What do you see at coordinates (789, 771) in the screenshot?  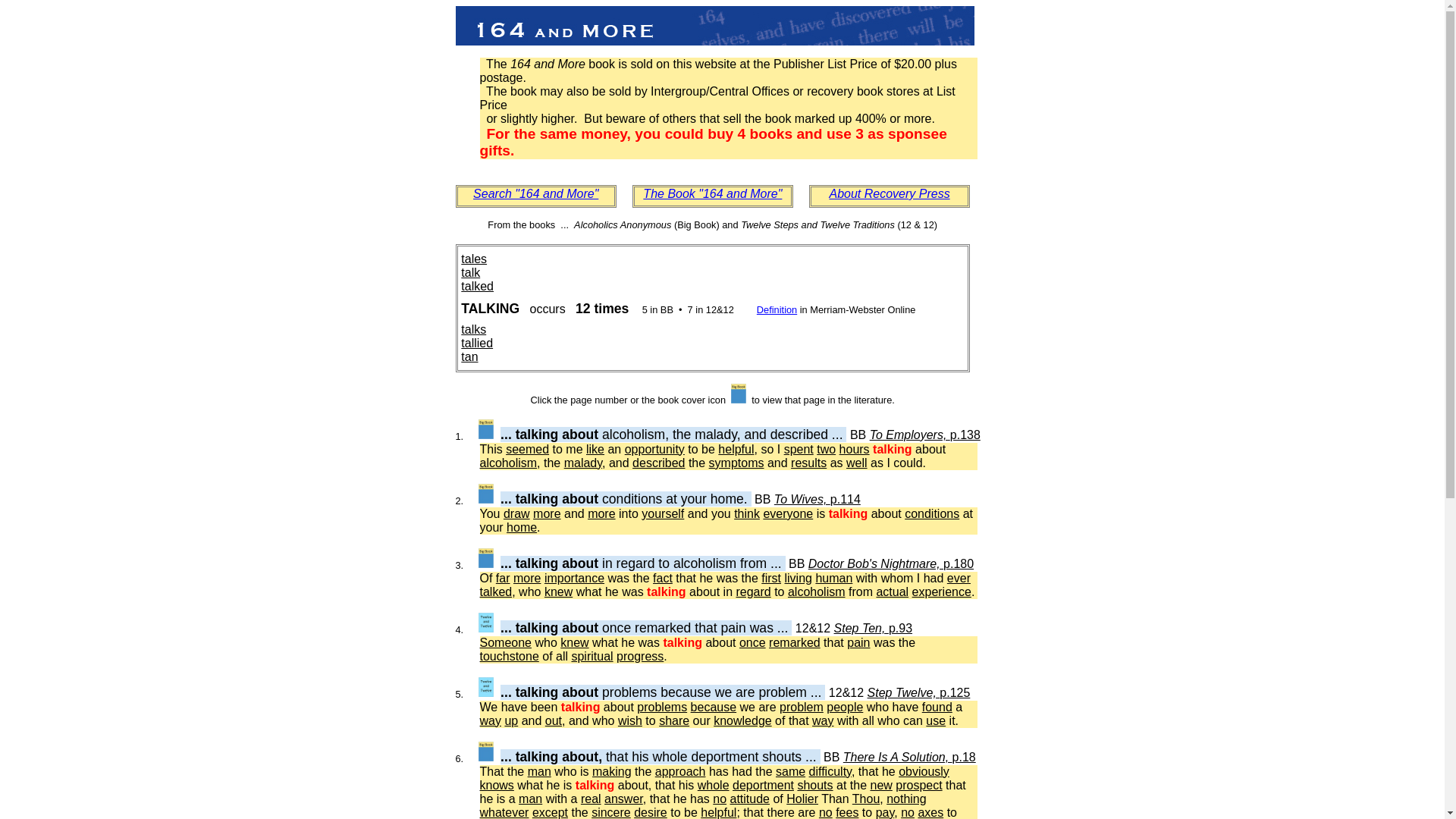 I see `'same'` at bounding box center [789, 771].